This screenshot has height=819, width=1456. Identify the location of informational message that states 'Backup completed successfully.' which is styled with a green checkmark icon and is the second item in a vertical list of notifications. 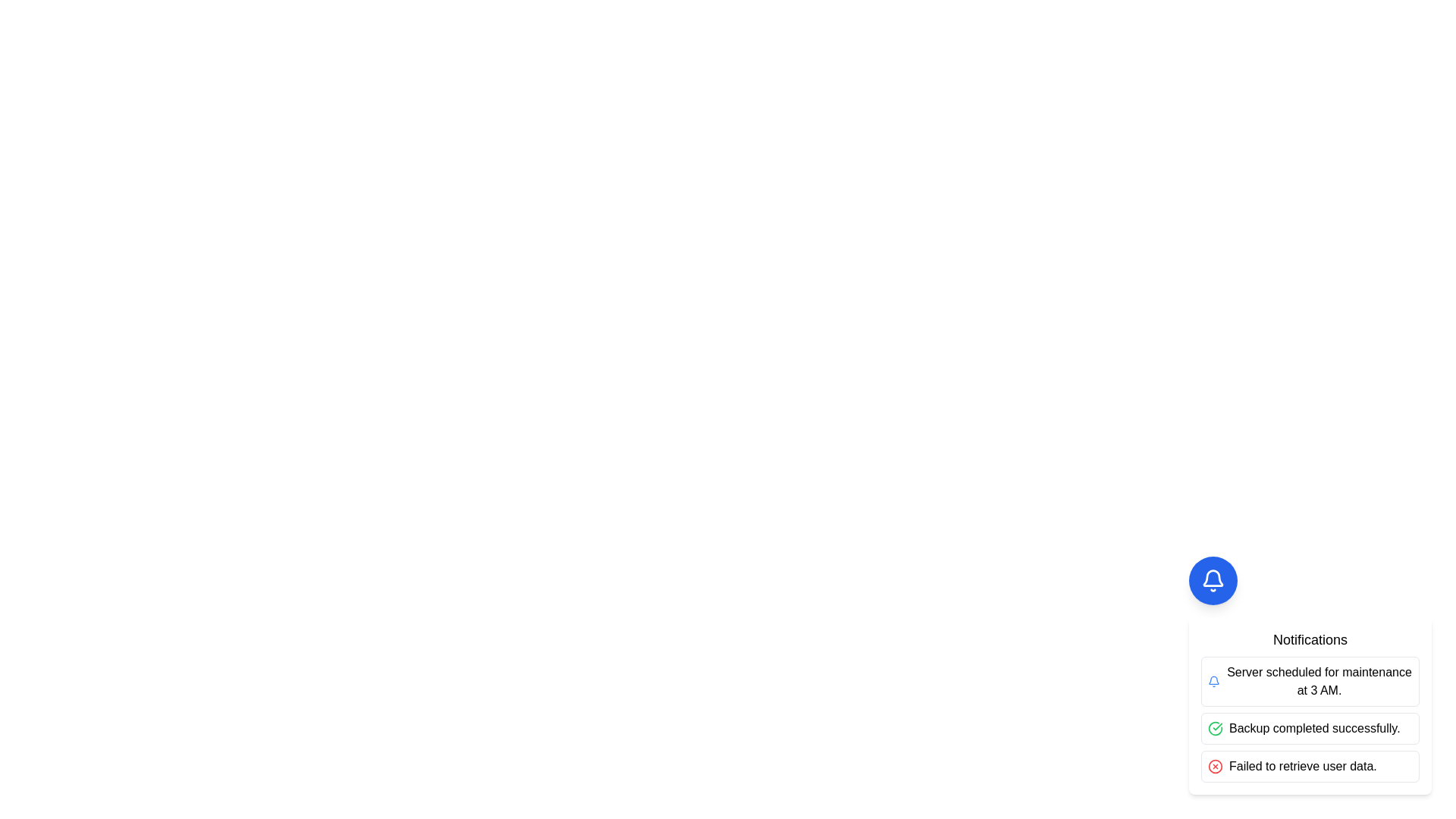
(1310, 727).